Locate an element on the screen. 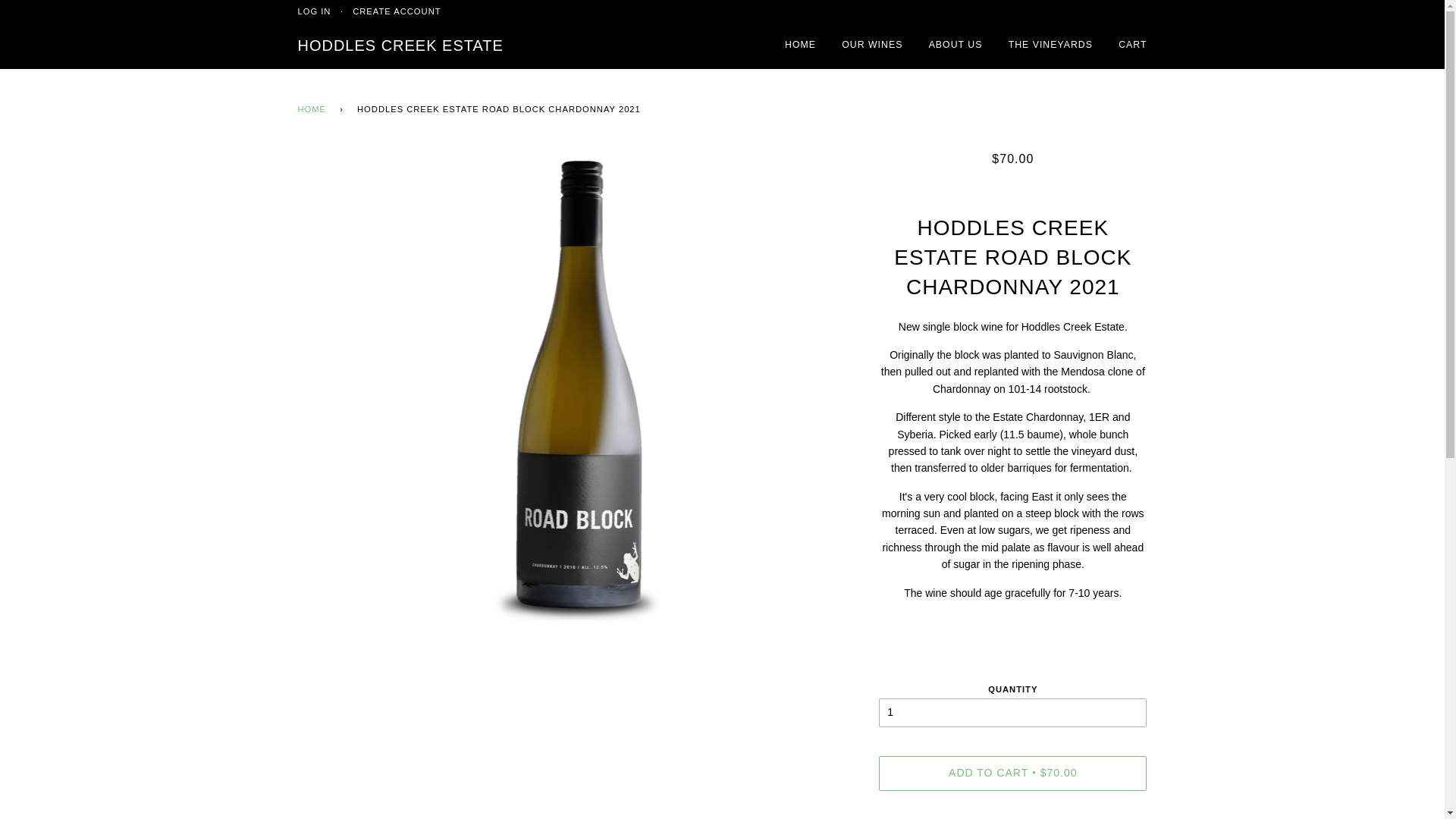 This screenshot has width=1456, height=819. 'CREATE ACCOUNT' is located at coordinates (397, 11).